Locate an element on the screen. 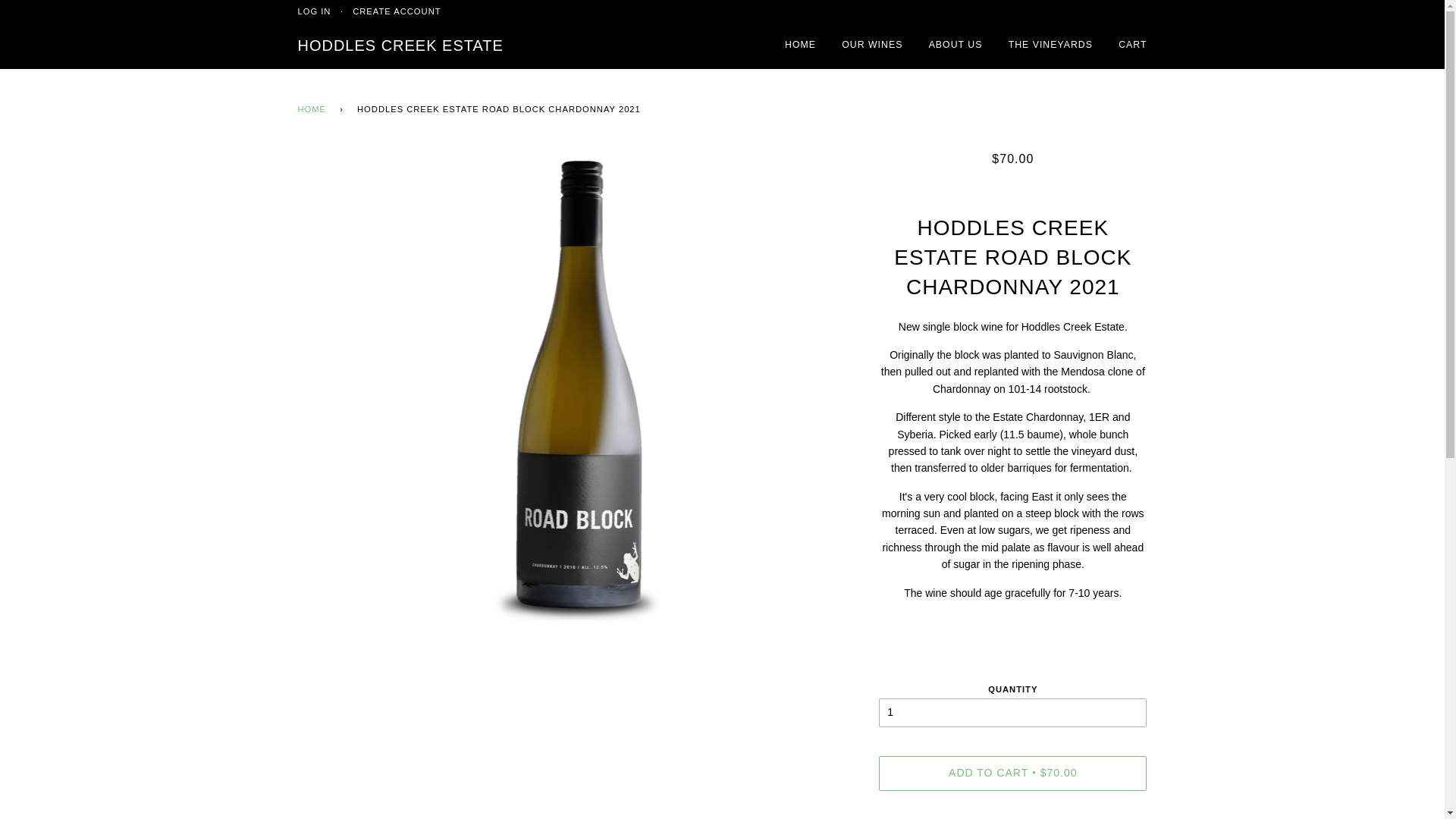 This screenshot has width=1456, height=819. 'CREATE ACCOUNT' is located at coordinates (397, 11).